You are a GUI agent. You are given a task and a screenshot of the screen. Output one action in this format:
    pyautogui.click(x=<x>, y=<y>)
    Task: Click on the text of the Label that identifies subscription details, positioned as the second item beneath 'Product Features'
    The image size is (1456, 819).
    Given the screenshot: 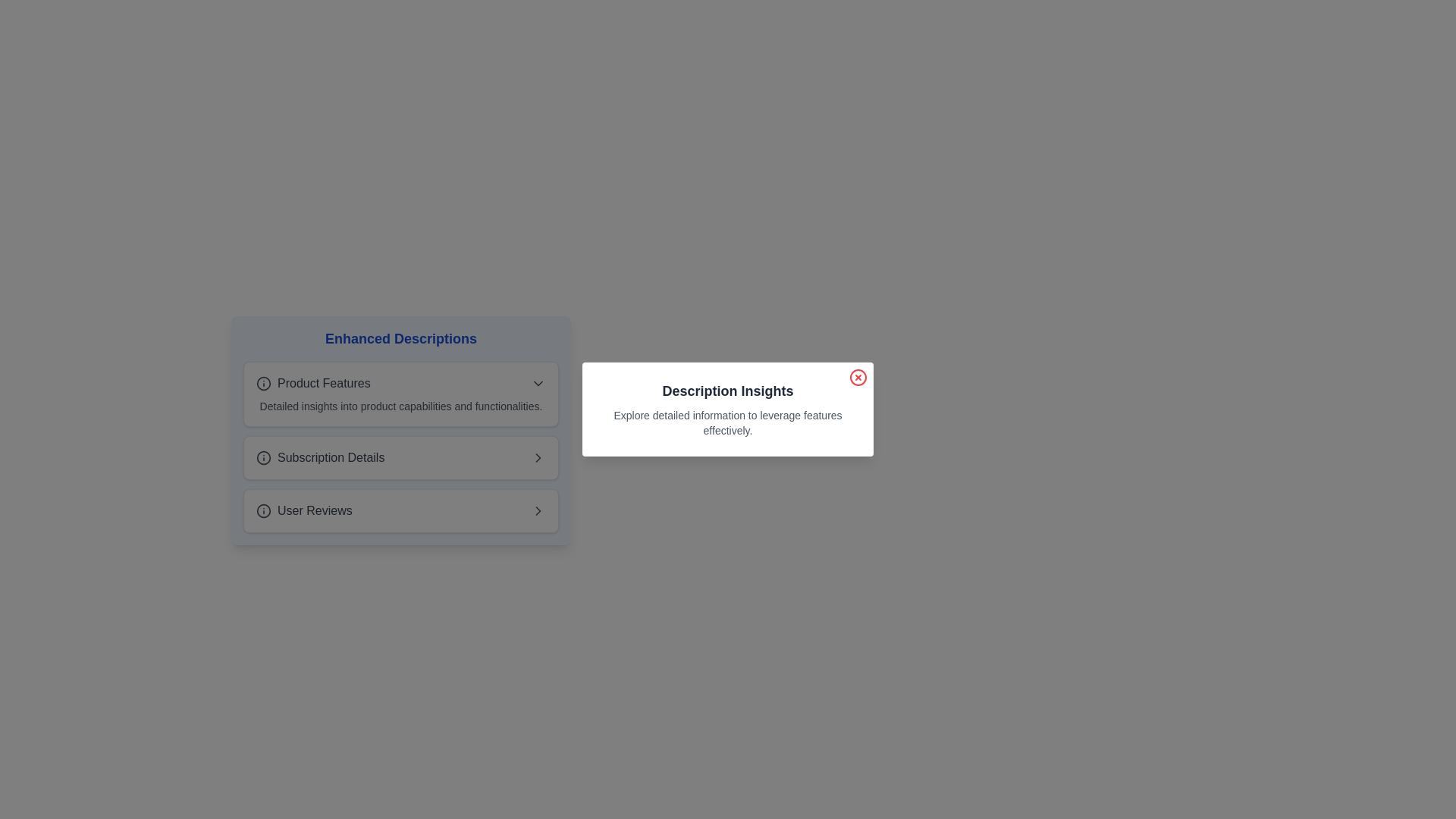 What is the action you would take?
    pyautogui.click(x=330, y=457)
    